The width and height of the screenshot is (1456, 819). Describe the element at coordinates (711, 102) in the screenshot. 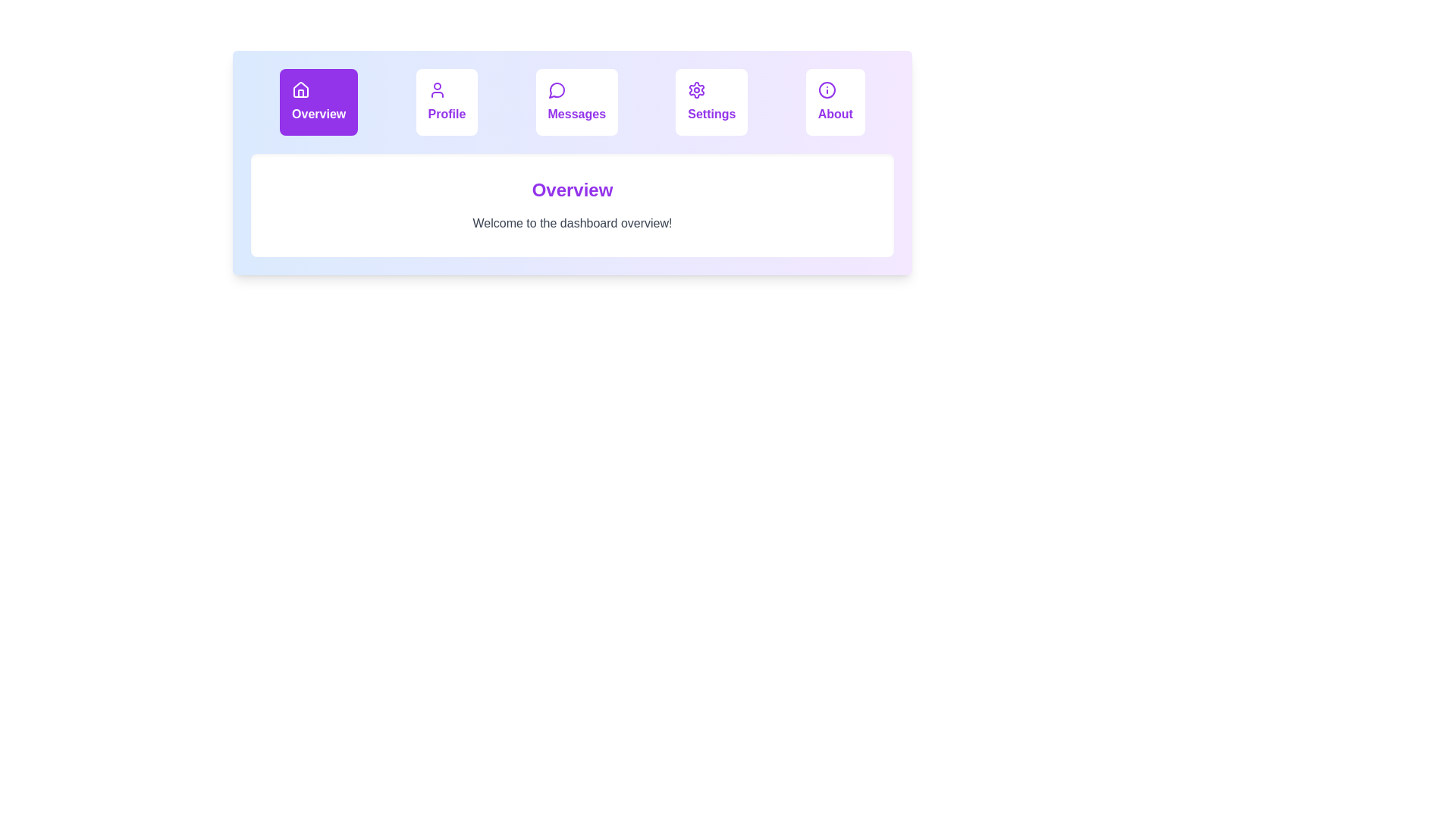

I see `the tab labeled Settings to switch to it` at that location.